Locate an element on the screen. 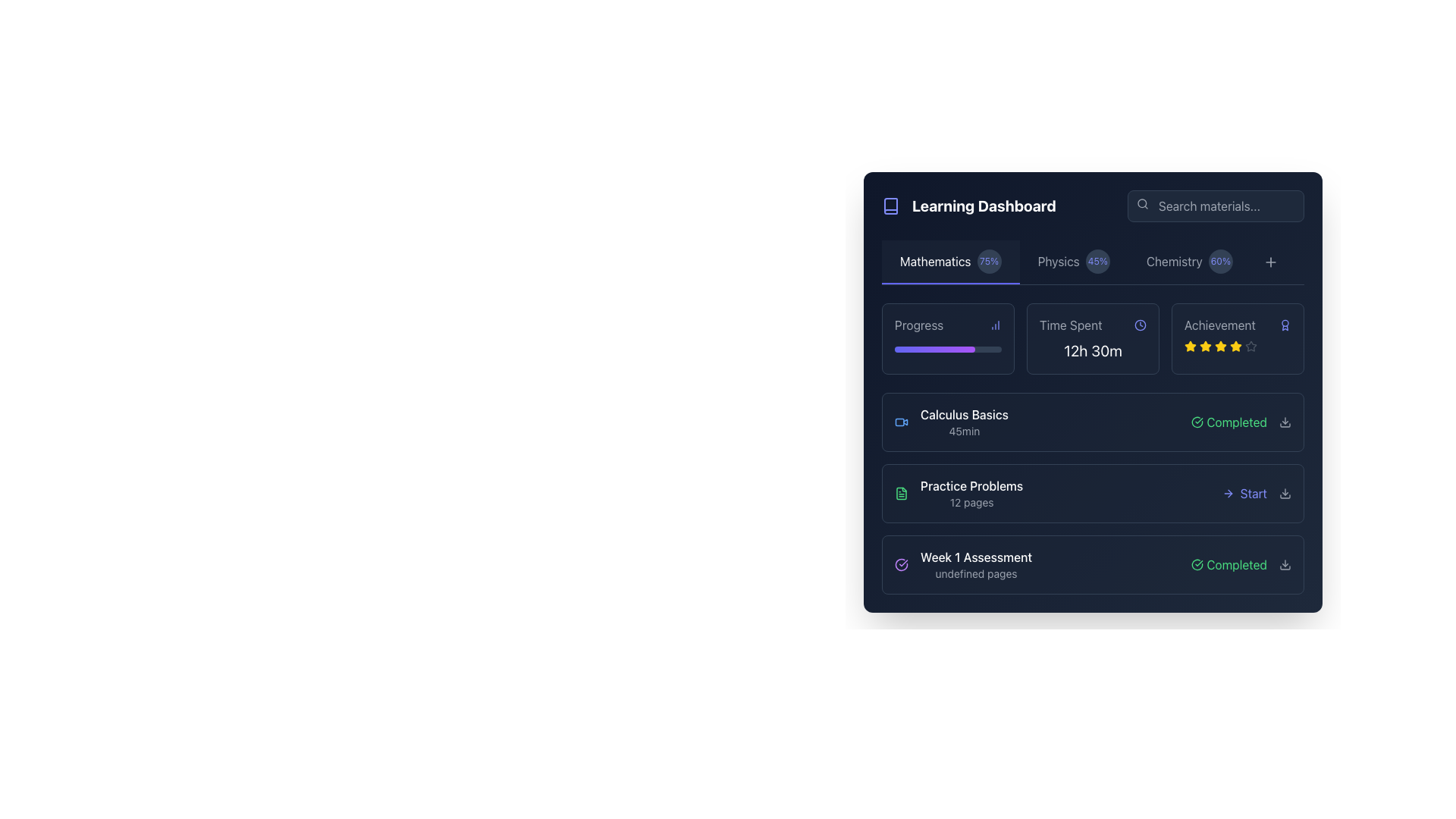  'Learning Dashboard' label text, which is a prominent header styled with bold white text on a dark blue background, located at the upper-left area of the application, immediately to the right of a book icon is located at coordinates (984, 206).